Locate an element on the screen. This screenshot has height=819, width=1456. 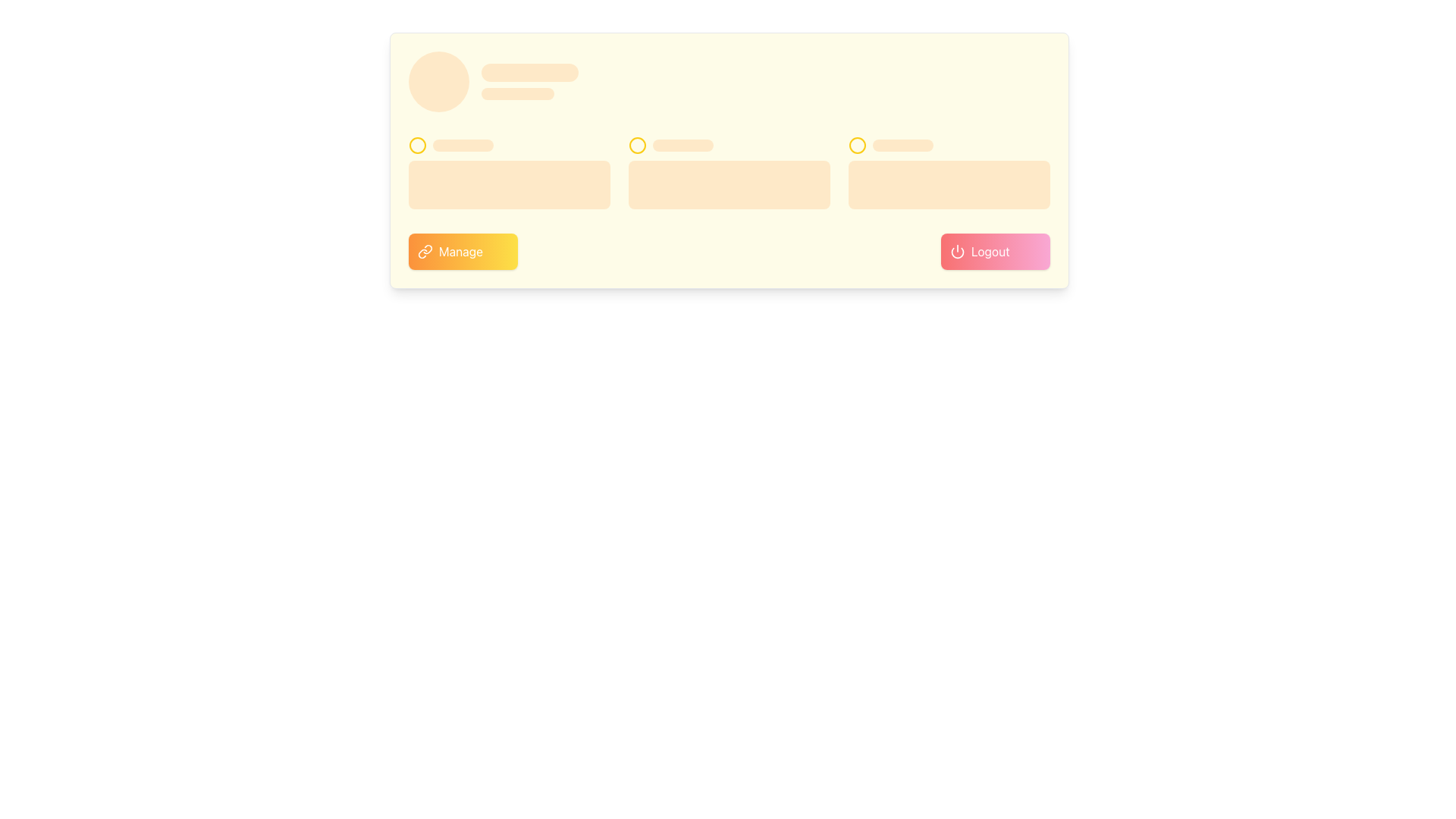
the first circle in the sequence of three, which serves as a visual marker or status indicator, positioned towards the upper middle of the interface is located at coordinates (637, 146).